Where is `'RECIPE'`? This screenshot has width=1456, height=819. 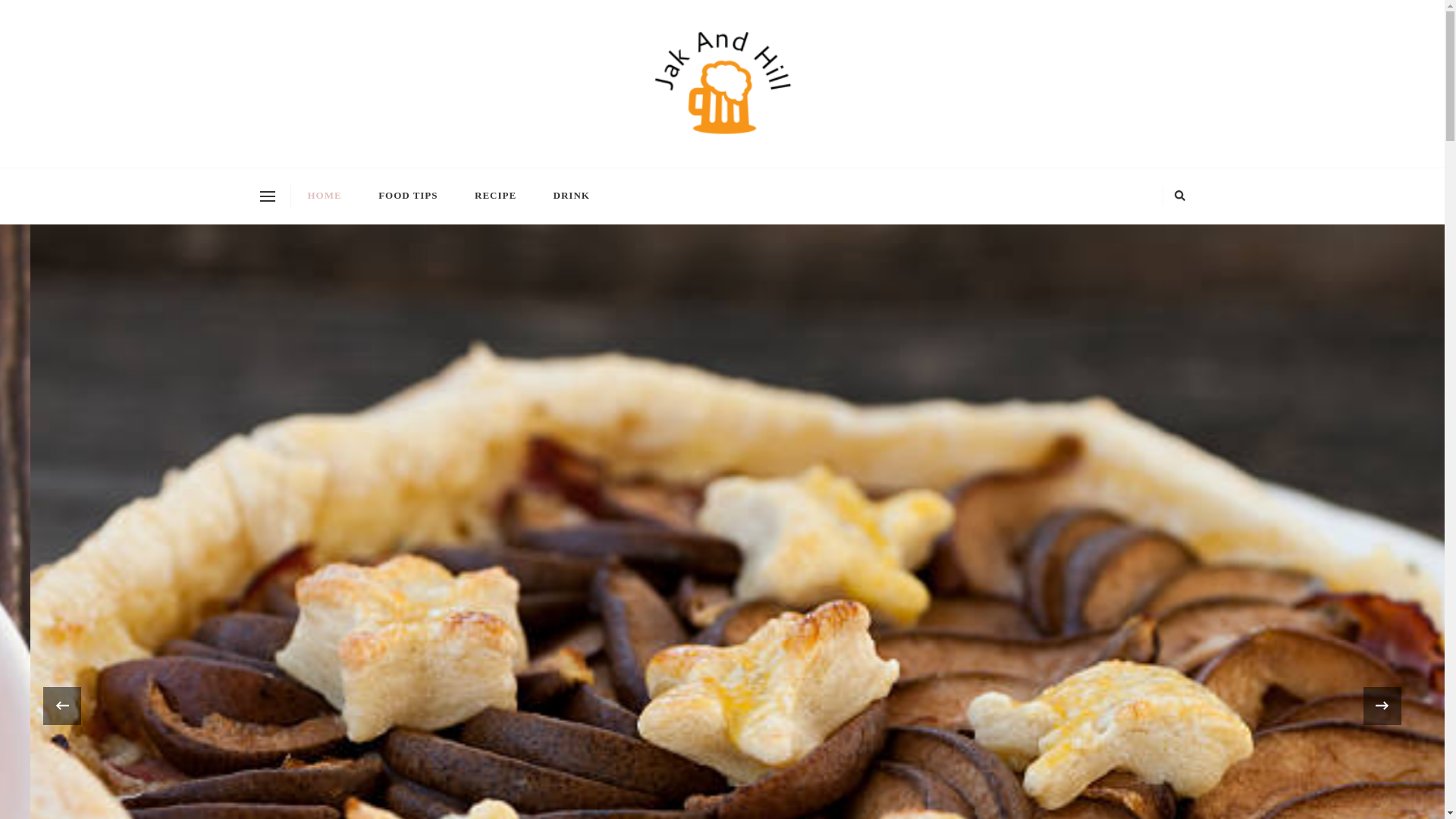
'RECIPE' is located at coordinates (495, 195).